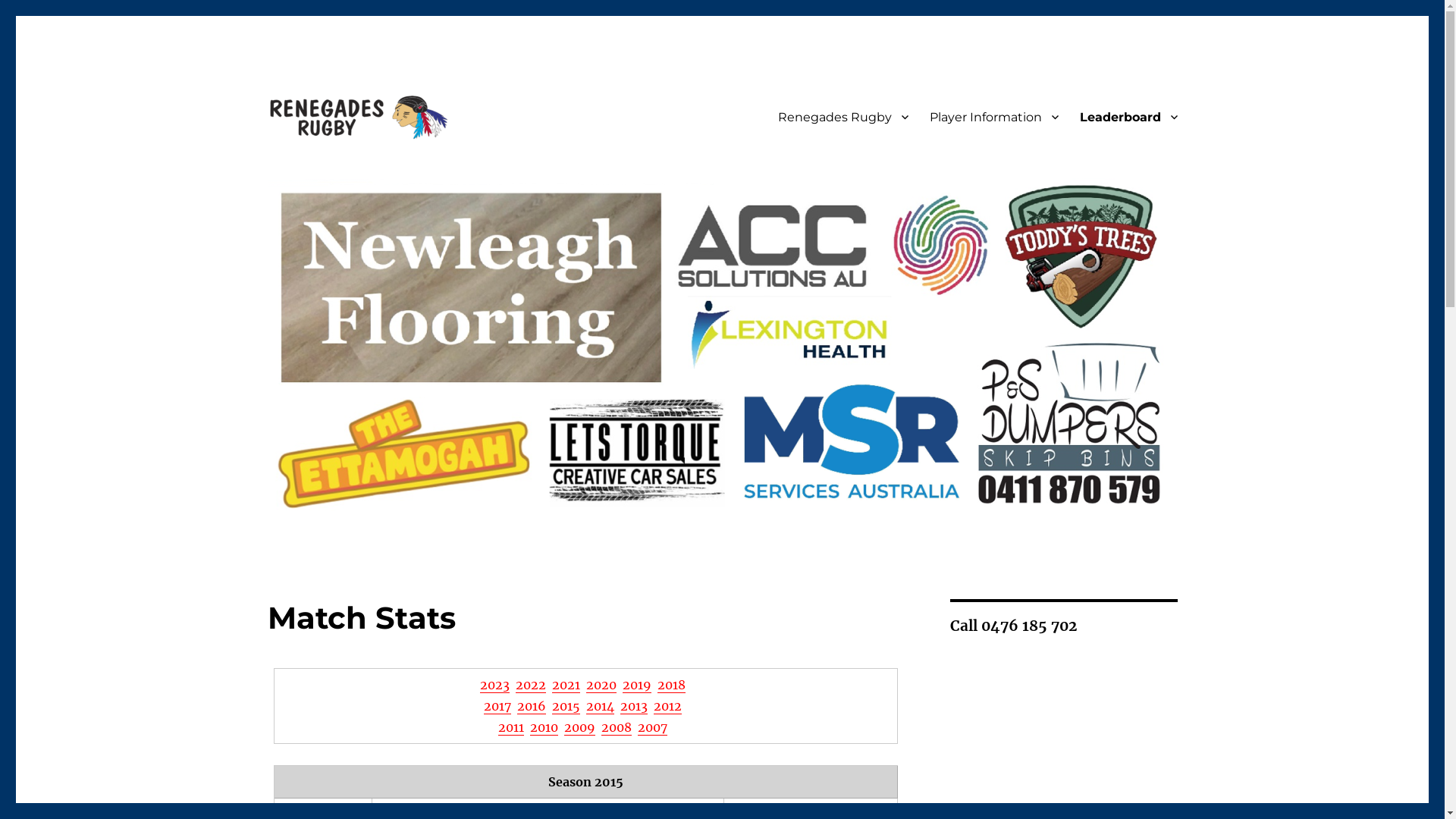  What do you see at coordinates (369, 166) in the screenshot?
I see `'Renegades Rugby'` at bounding box center [369, 166].